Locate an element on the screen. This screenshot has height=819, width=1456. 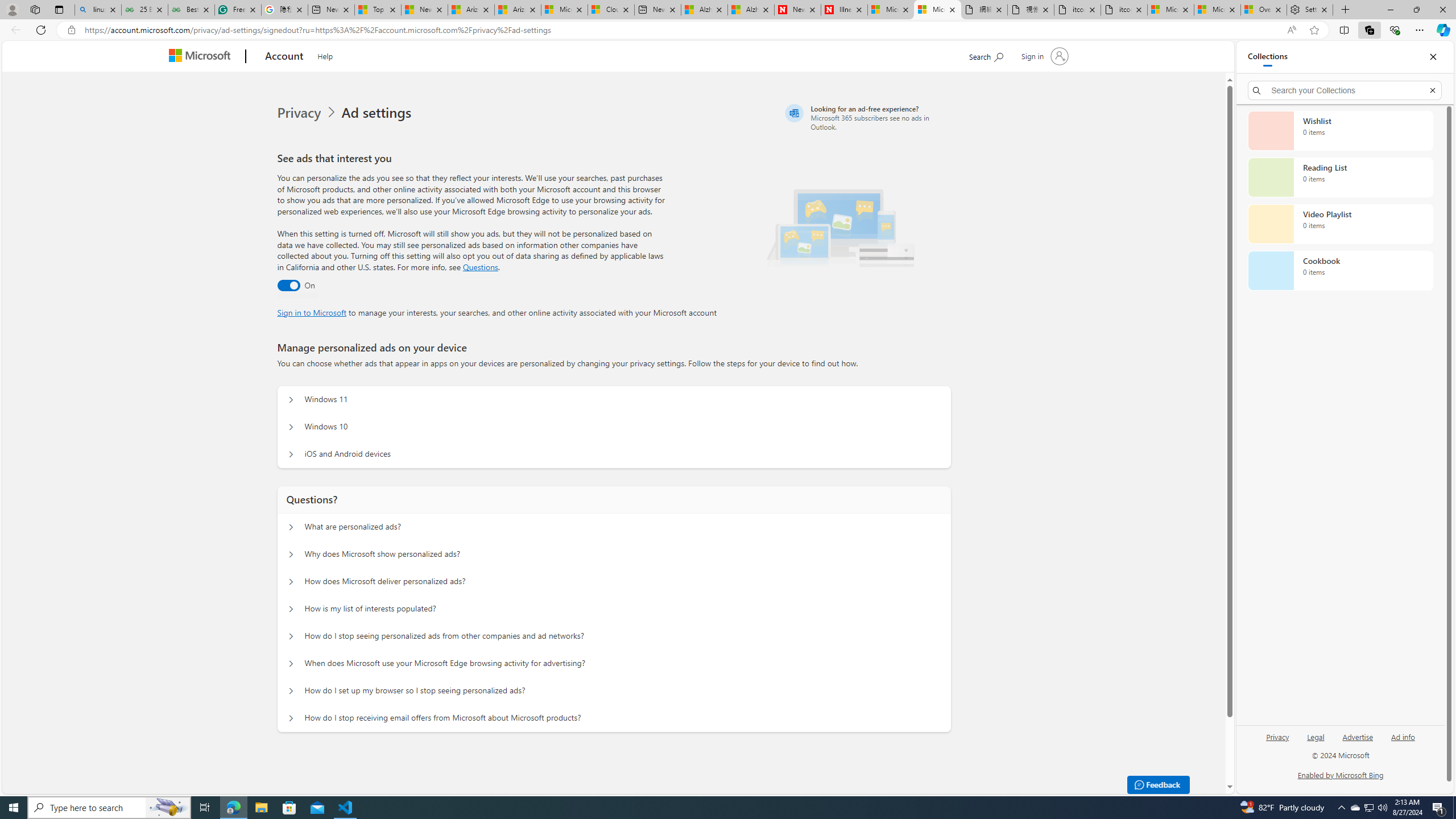
'Illustration of multiple devices' is located at coordinates (840, 224).